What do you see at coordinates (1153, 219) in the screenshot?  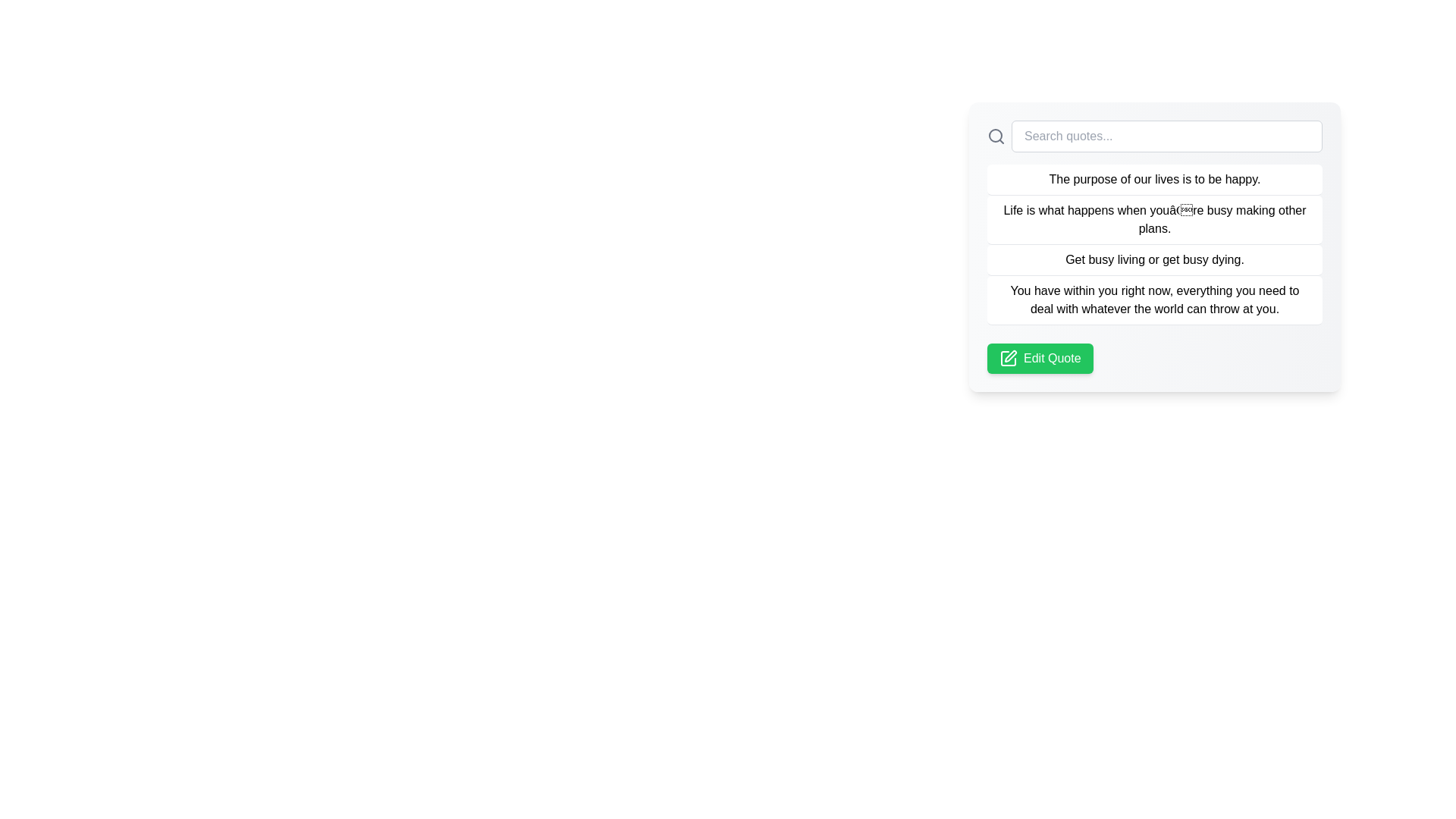 I see `the text block displaying the quote 'Life is what happens when you’re busy making other plans.' which is the second item in a vertically stacked list of text blocks` at bounding box center [1153, 219].